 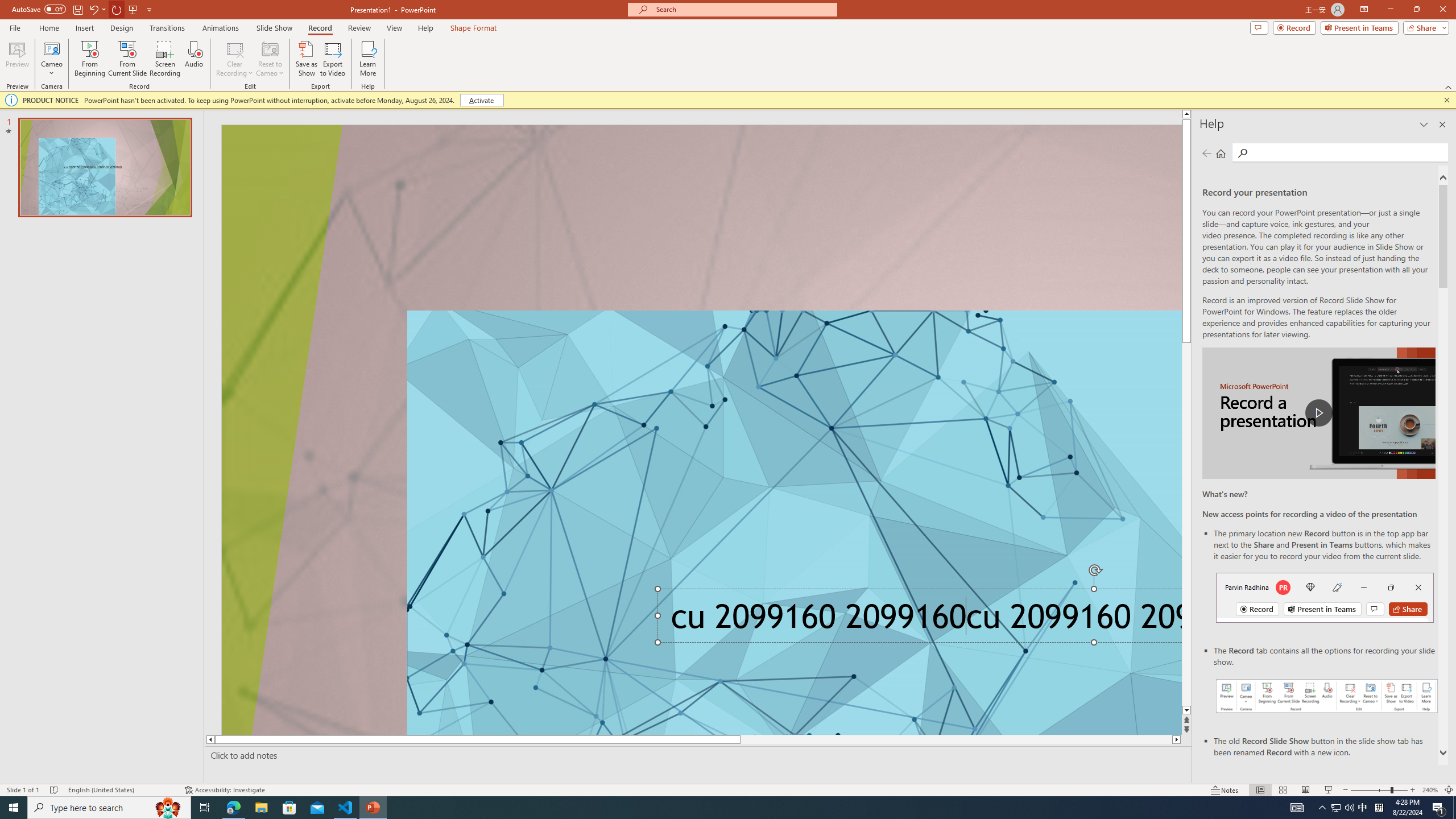 What do you see at coordinates (482, 100) in the screenshot?
I see `'Activate'` at bounding box center [482, 100].